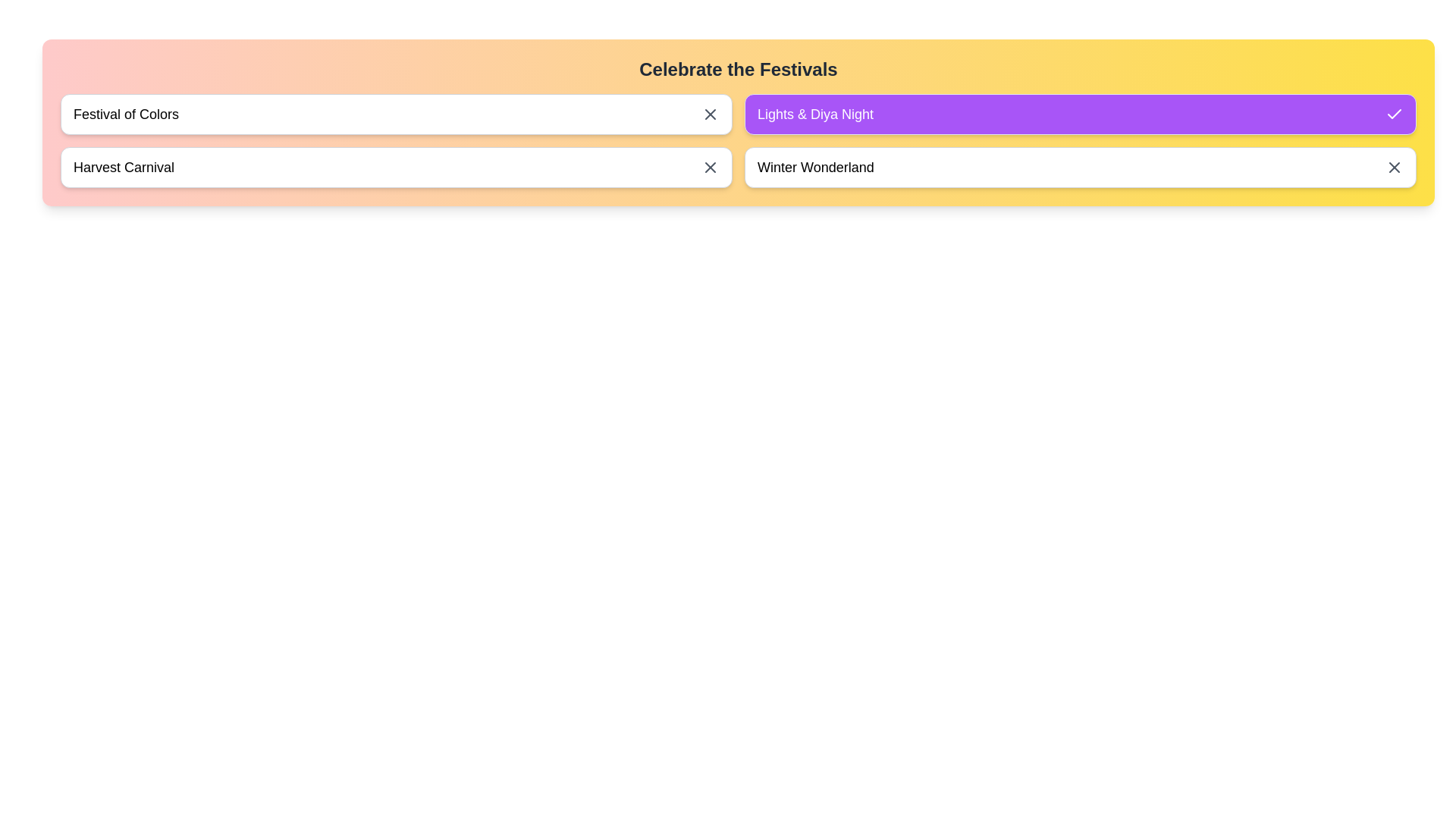 This screenshot has width=1456, height=819. What do you see at coordinates (1080, 113) in the screenshot?
I see `the chip labeled Lights & Diya Night` at bounding box center [1080, 113].